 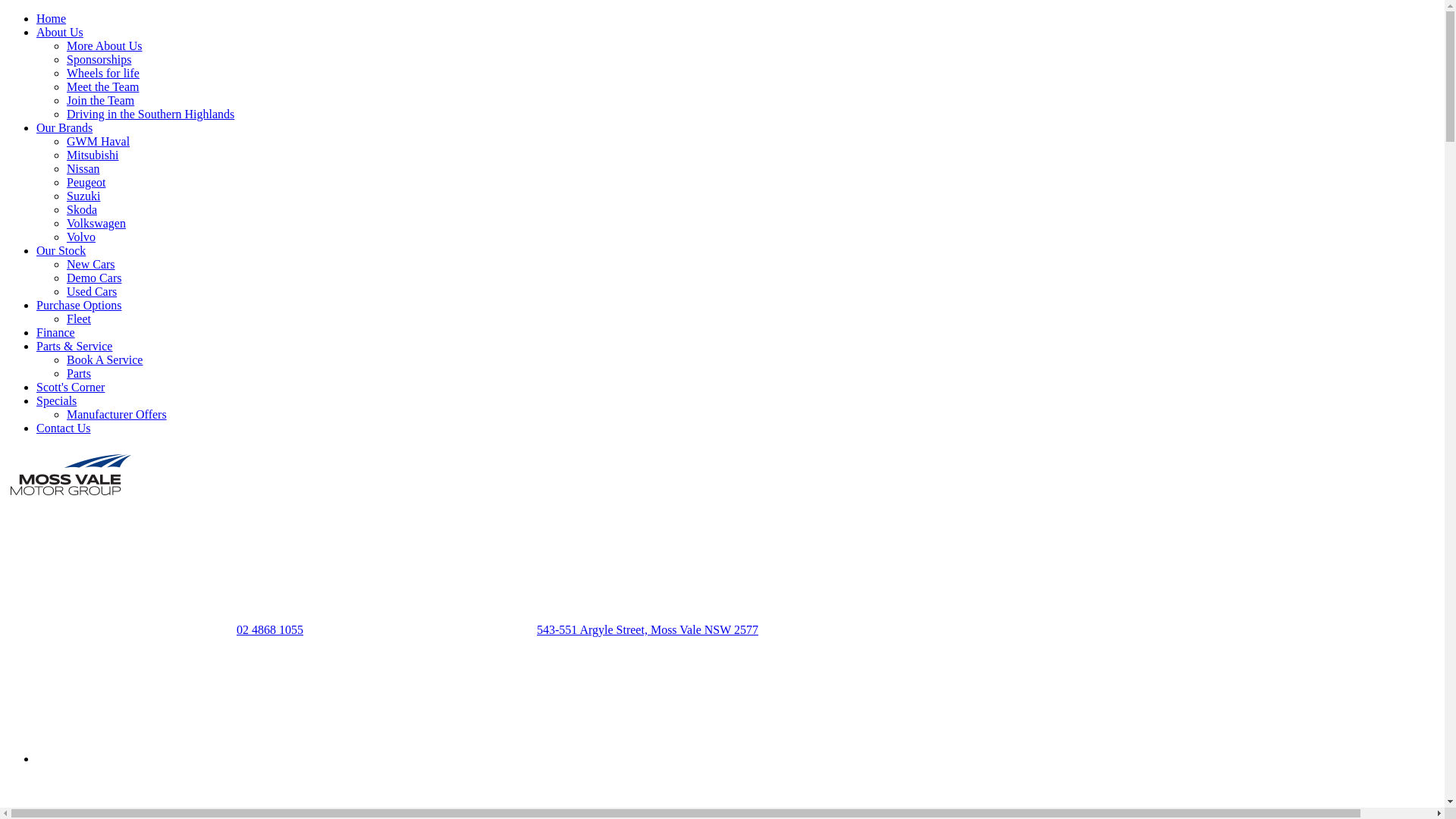 I want to click on 'Volkswagen', so click(x=95, y=223).